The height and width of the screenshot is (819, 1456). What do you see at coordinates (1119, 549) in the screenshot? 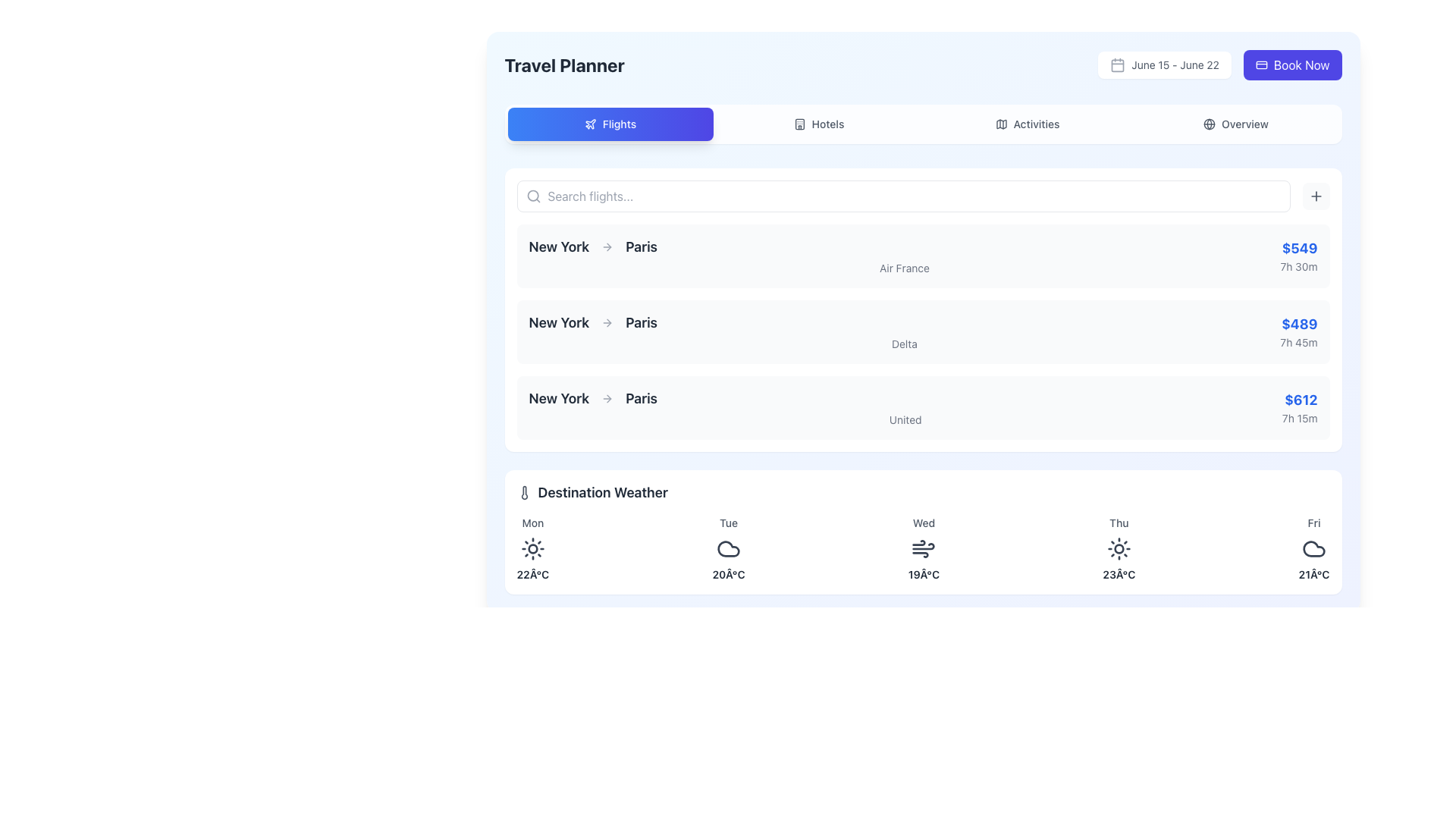
I see `the SVG Circle element representing the sun icon for Thursday in the 'Destination Weather' section` at bounding box center [1119, 549].